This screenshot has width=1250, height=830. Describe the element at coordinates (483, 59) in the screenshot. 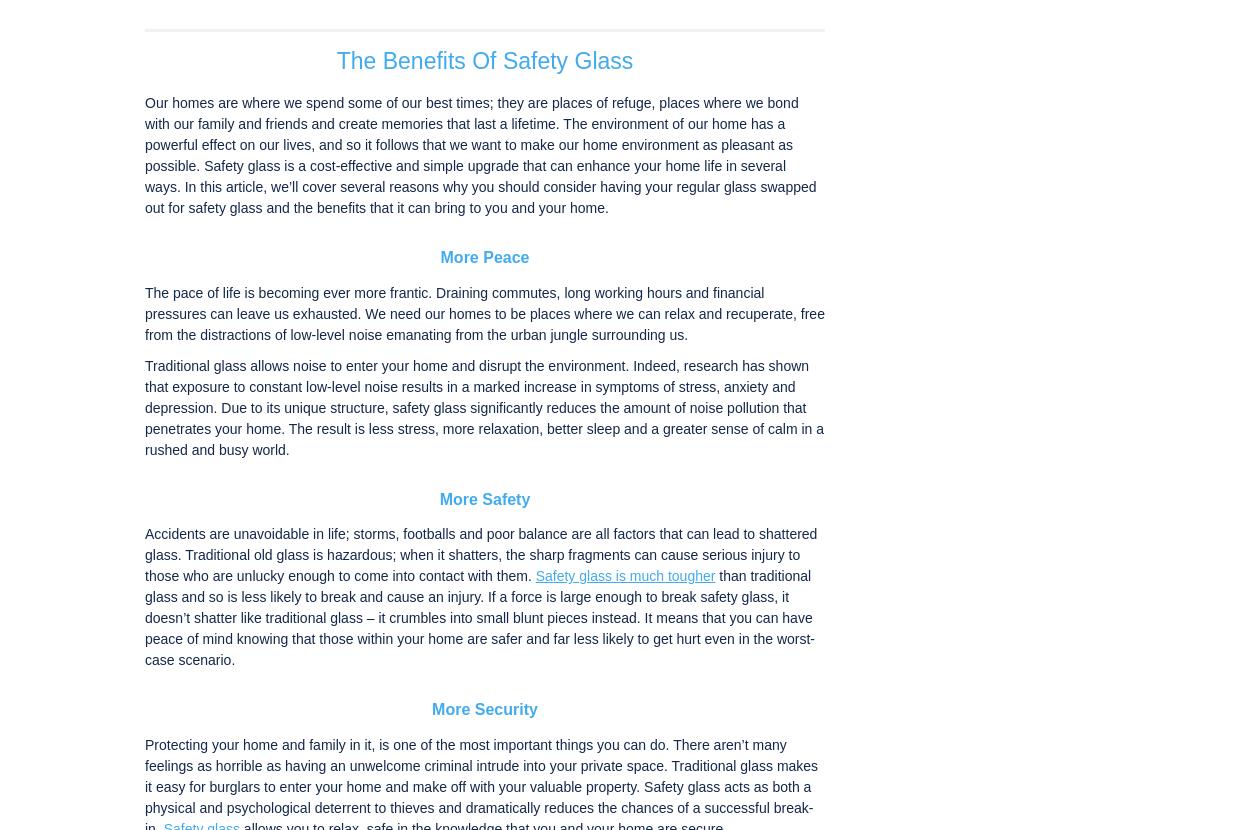

I see `'The Benefits Of Safety Glass'` at that location.